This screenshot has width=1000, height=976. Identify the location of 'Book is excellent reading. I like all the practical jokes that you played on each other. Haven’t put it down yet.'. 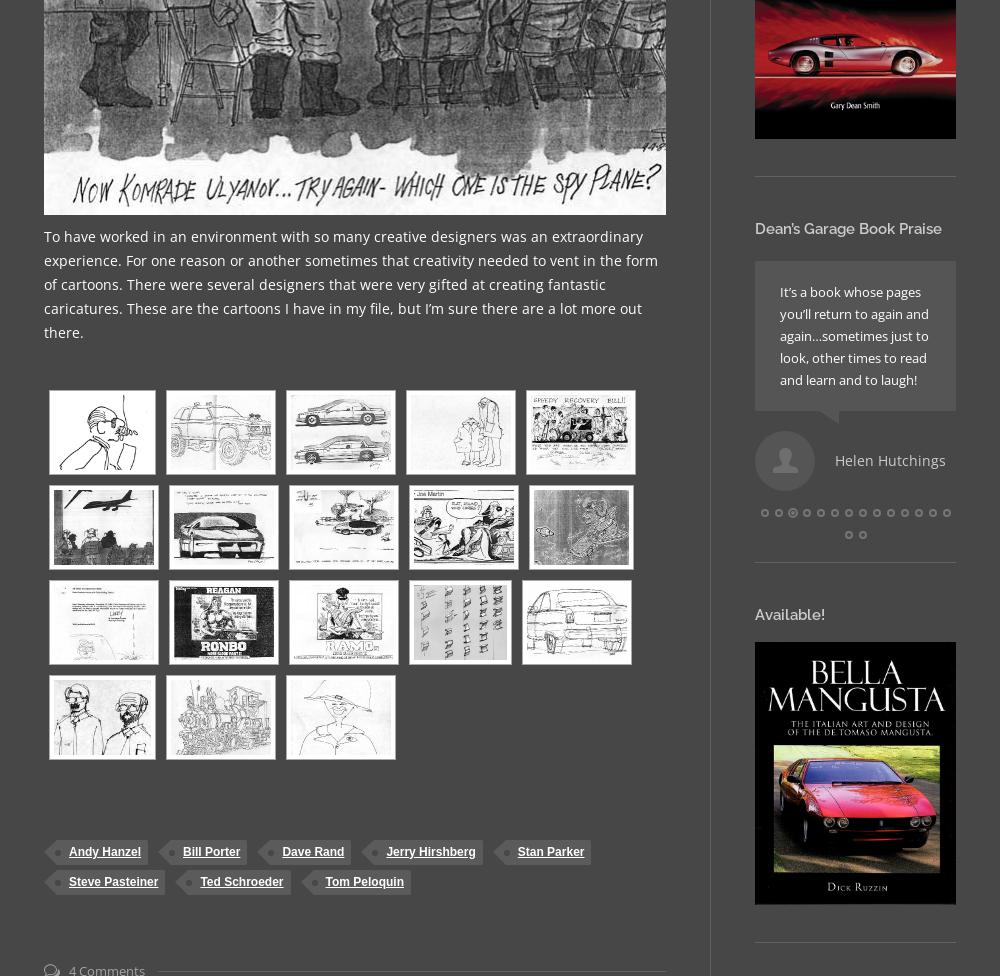
(437, 334).